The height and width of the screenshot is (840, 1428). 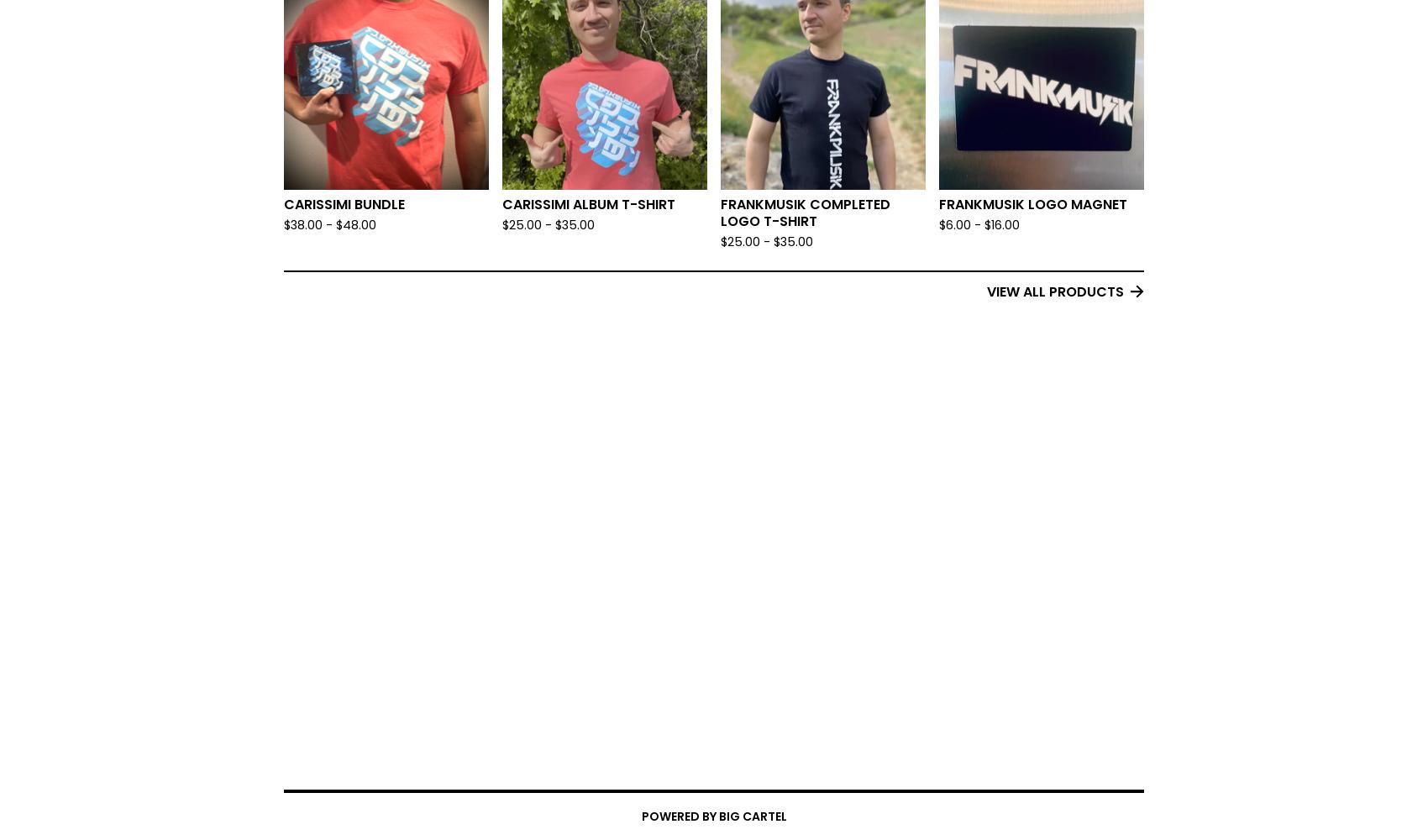 What do you see at coordinates (1004, 225) in the screenshot?
I see `'16.00'` at bounding box center [1004, 225].